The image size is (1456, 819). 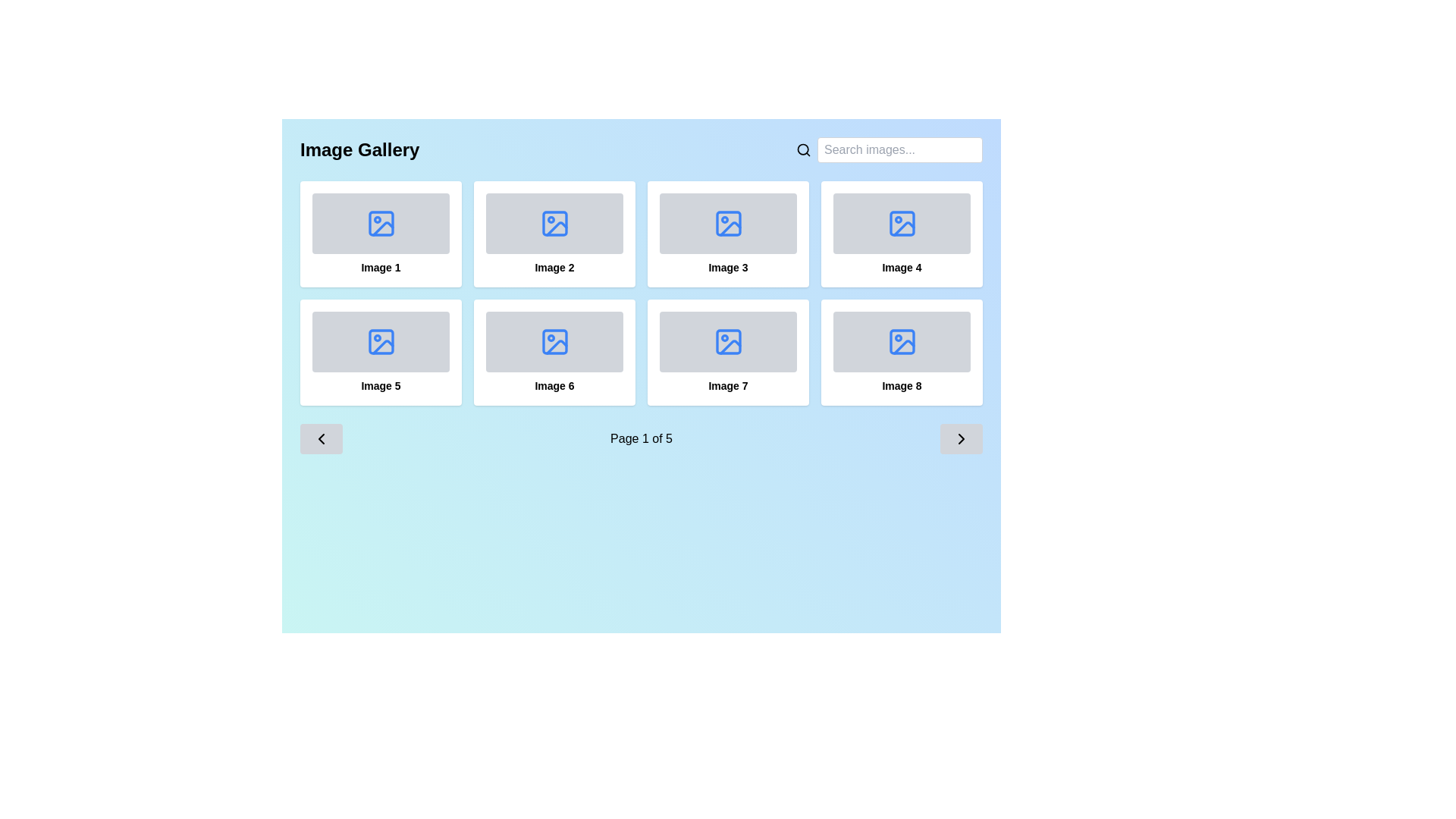 What do you see at coordinates (728, 234) in the screenshot?
I see `the clickable card or selection item that features a gray placeholder area with a blue image icon and the text 'Image 3' in bold black font, located in the third column of the first row of a 2x4 grid layout` at bounding box center [728, 234].